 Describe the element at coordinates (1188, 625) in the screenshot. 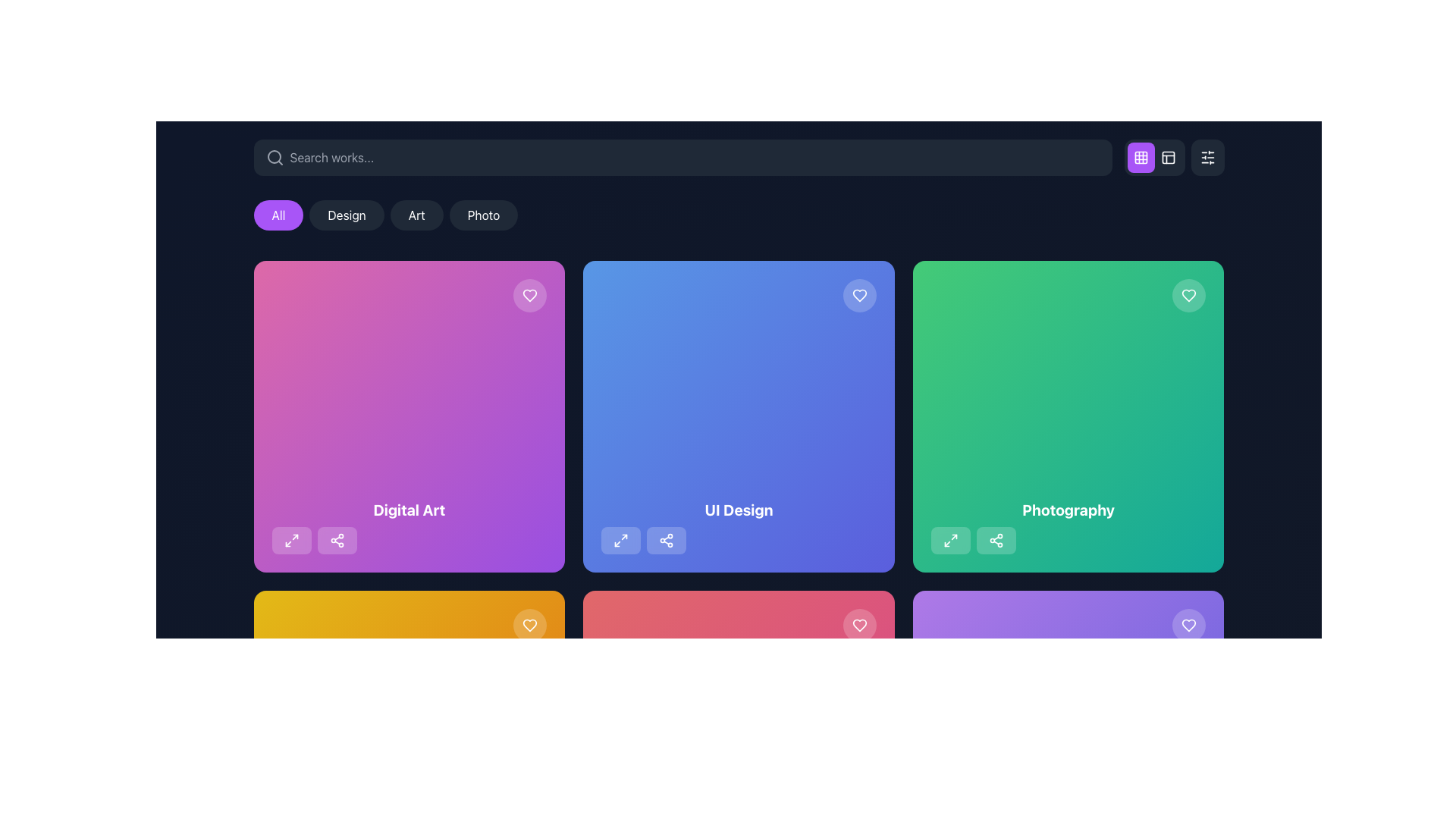

I see `the heart-shaped icon button filled with a gradient of colors located at the top-right corner of the green 'Photography' card` at that location.